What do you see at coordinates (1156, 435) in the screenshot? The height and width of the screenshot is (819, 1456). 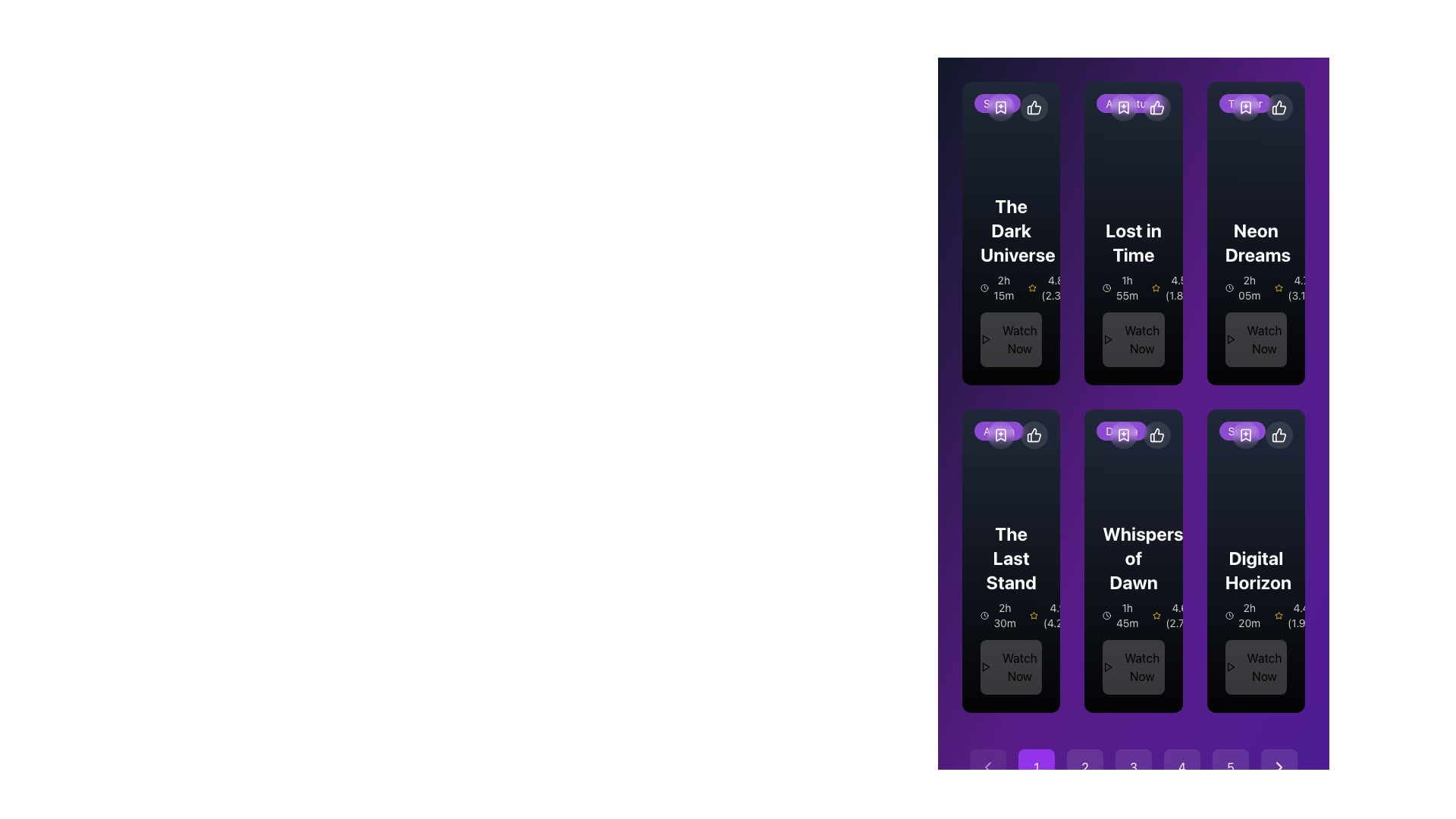 I see `the circular button with a white thumbs-up icon located at the top-right corner of the 'Whispers of Dawn' card to like the content` at bounding box center [1156, 435].